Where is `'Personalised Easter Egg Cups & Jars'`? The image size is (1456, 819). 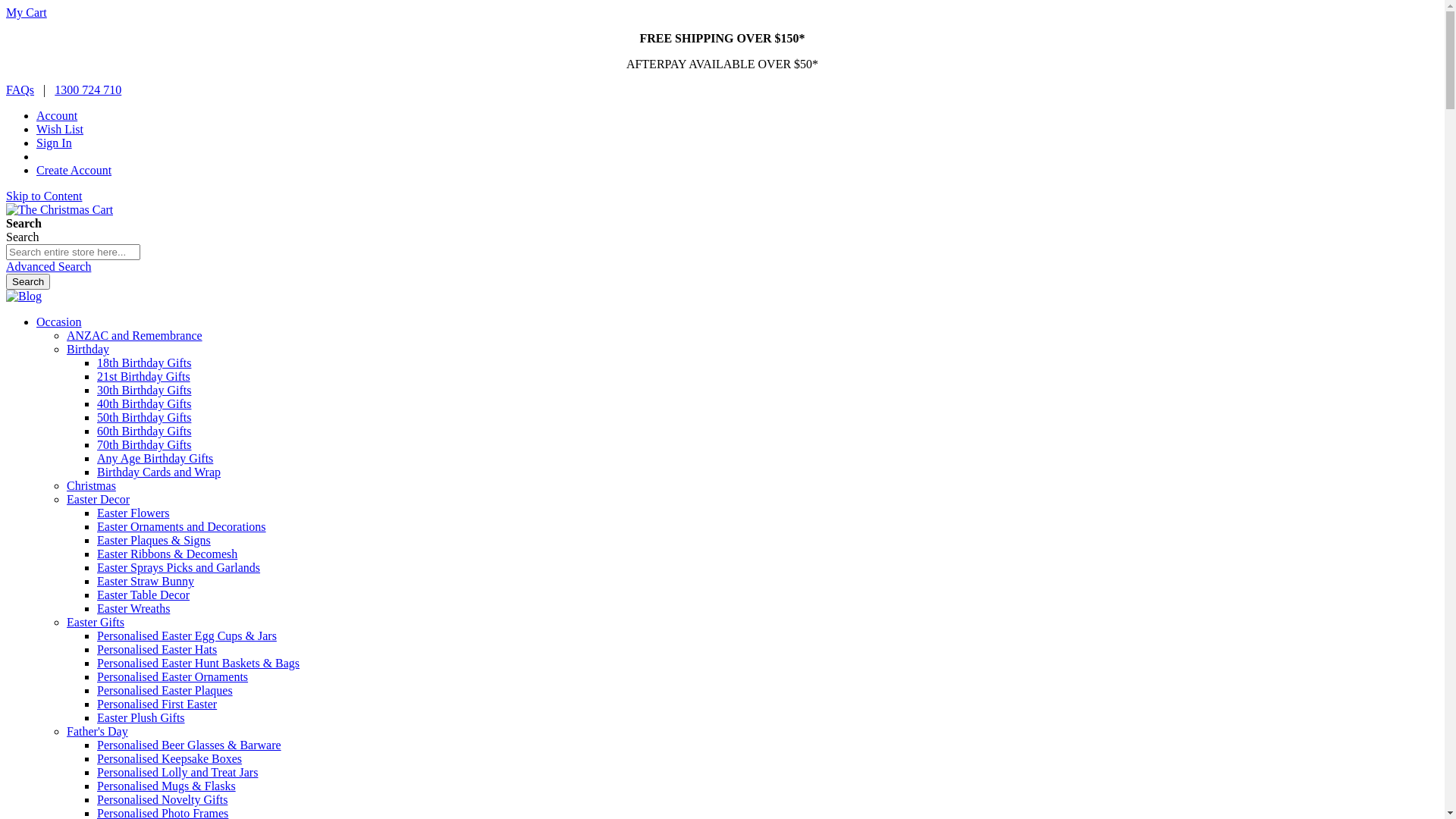
'Personalised Easter Egg Cups & Jars' is located at coordinates (186, 635).